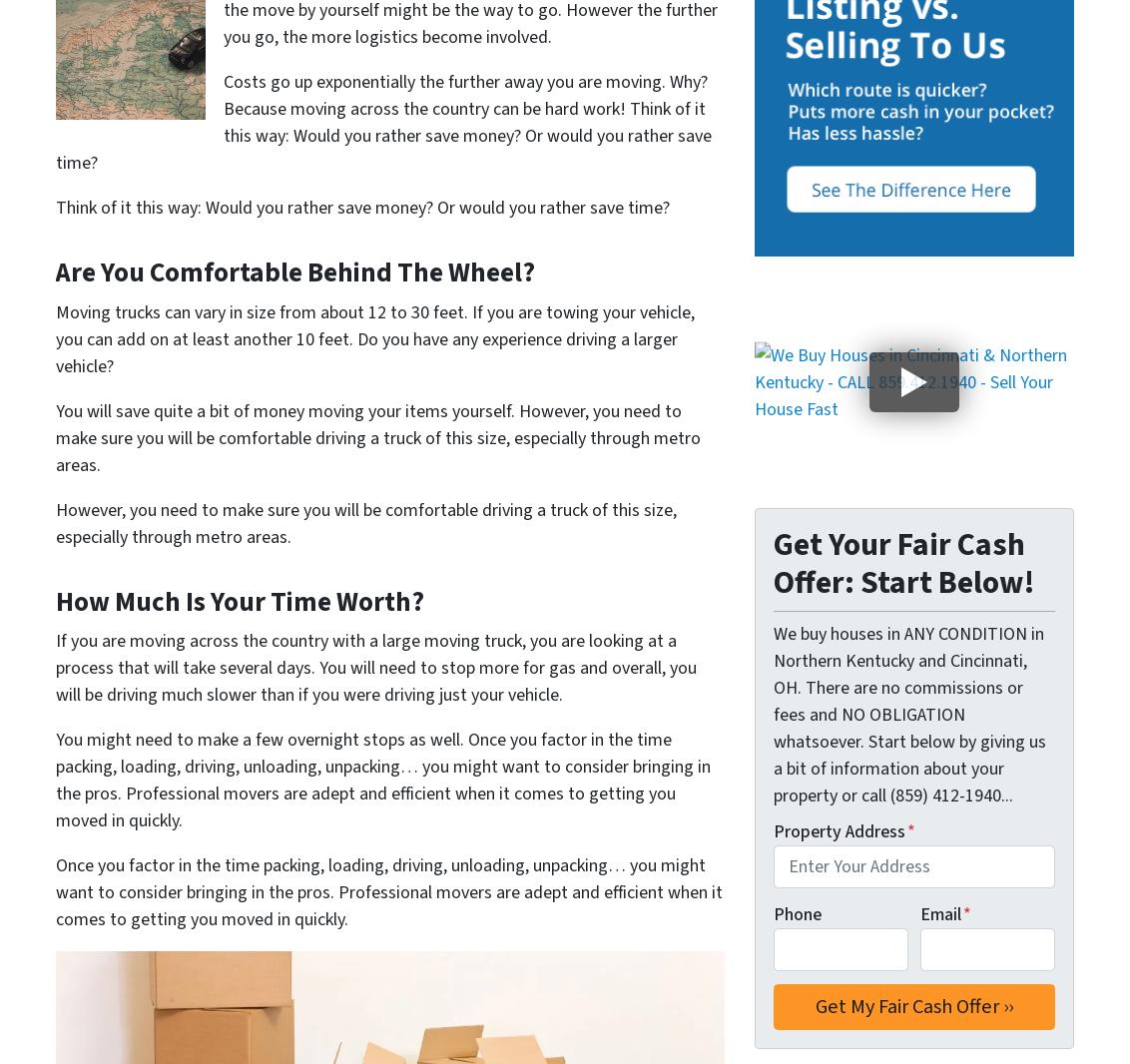 The width and height of the screenshot is (1130, 1064). Describe the element at coordinates (1011, 285) in the screenshot. I see `'Monroe'` at that location.